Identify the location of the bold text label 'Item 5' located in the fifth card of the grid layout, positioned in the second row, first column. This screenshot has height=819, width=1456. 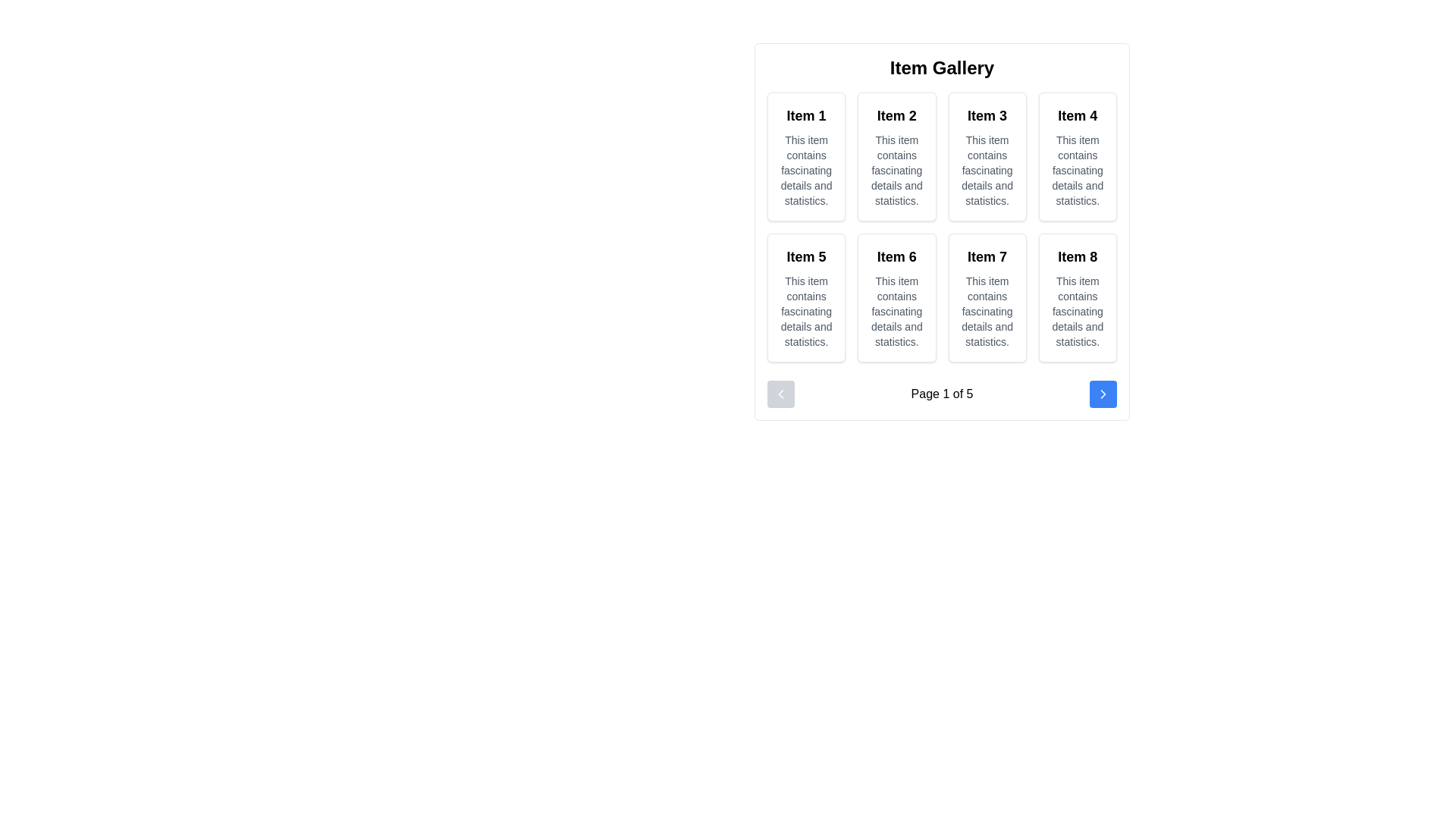
(805, 256).